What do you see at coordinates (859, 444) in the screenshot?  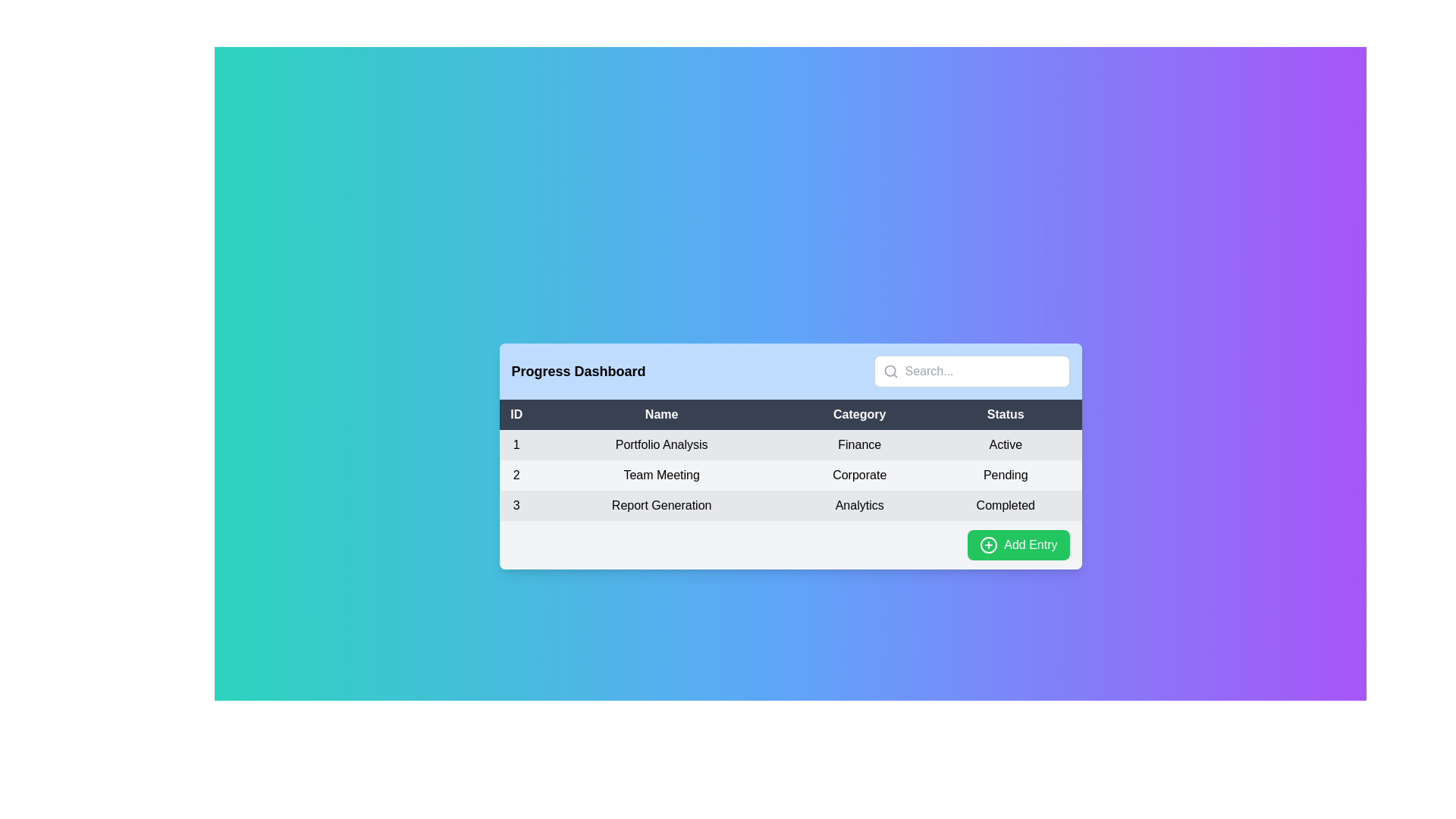 I see `text content of the 'Category' cell in the first row of the 'Progress Dashboard' table, which is positioned between the 'Portfolio Analysis' and 'Active' cells` at bounding box center [859, 444].